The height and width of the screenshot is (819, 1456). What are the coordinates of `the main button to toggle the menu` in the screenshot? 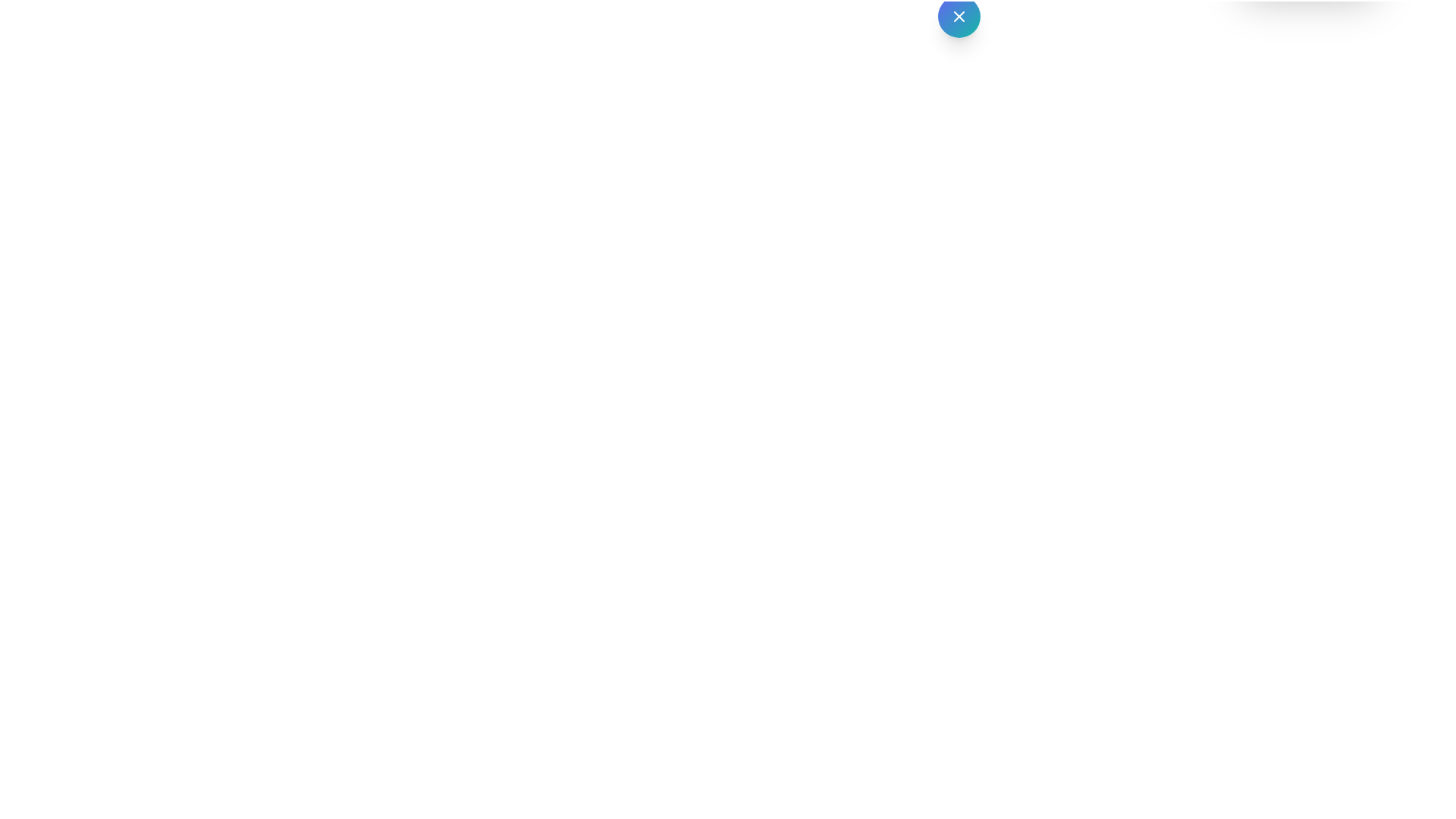 It's located at (959, 17).